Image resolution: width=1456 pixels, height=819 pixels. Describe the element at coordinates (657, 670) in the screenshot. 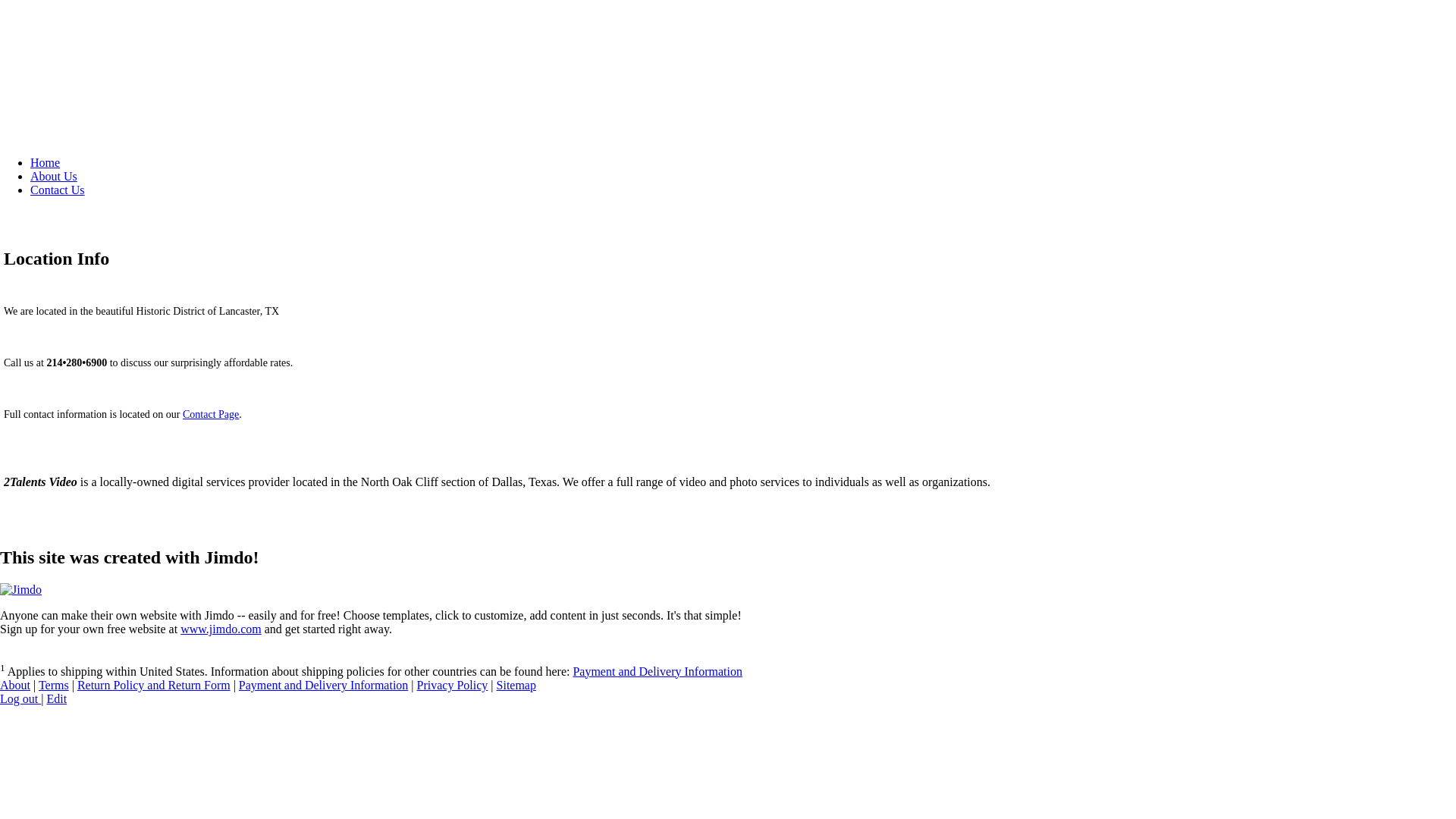

I see `'Payment and Delivery Information'` at that location.